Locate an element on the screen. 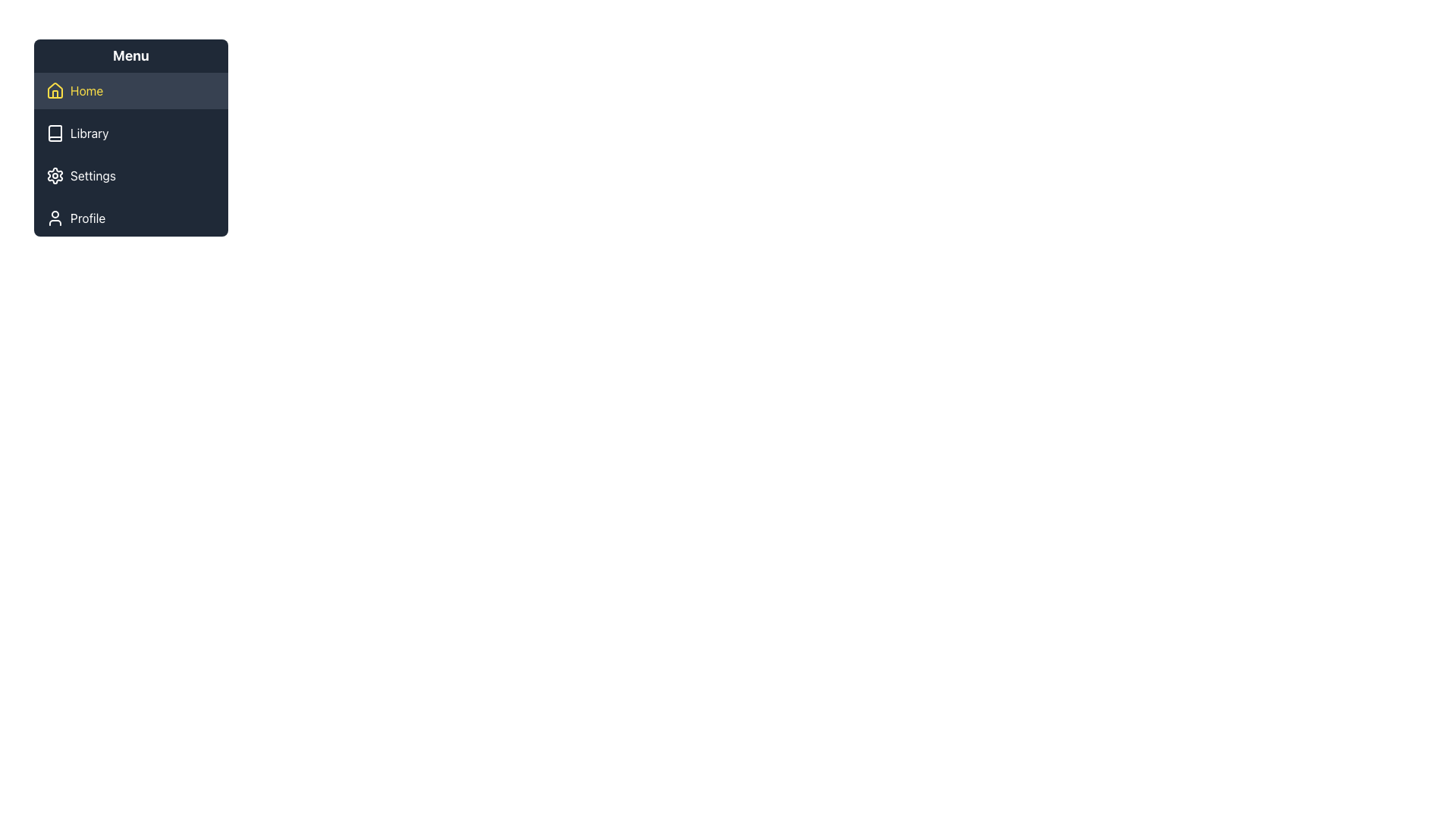  the 'Settings' text label in the sidebar menu, which is the third item in the list, located between 'Library' and 'Profile' is located at coordinates (92, 174).